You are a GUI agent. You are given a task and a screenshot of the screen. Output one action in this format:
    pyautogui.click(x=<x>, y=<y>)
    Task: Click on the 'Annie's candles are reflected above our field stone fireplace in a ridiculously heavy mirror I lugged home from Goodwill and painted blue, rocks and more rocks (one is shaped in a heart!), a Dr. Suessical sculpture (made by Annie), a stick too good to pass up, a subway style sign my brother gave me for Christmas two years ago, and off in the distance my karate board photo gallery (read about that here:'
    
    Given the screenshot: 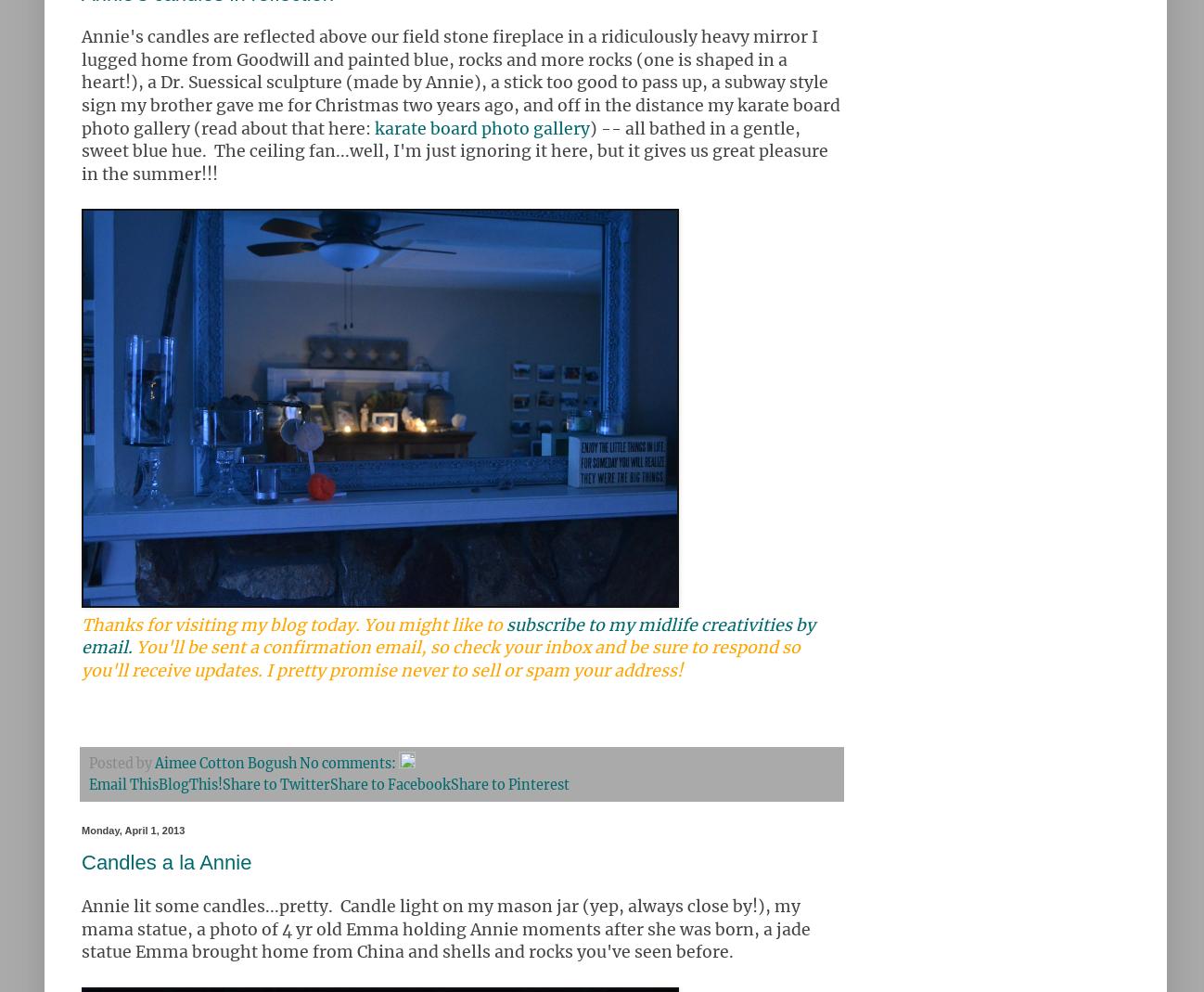 What is the action you would take?
    pyautogui.click(x=461, y=82)
    